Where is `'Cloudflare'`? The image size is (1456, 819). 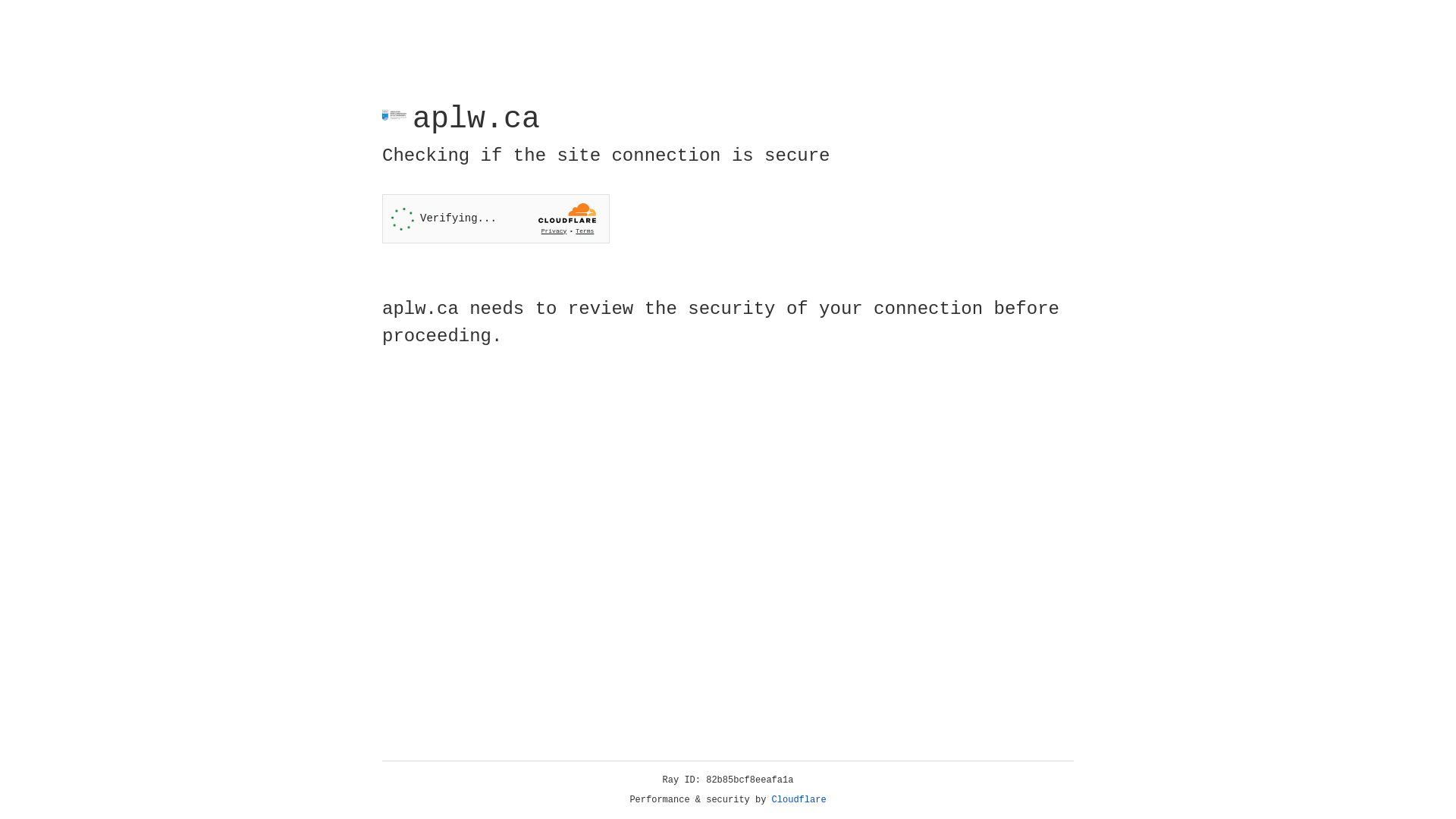
'Cloudflare' is located at coordinates (799, 799).